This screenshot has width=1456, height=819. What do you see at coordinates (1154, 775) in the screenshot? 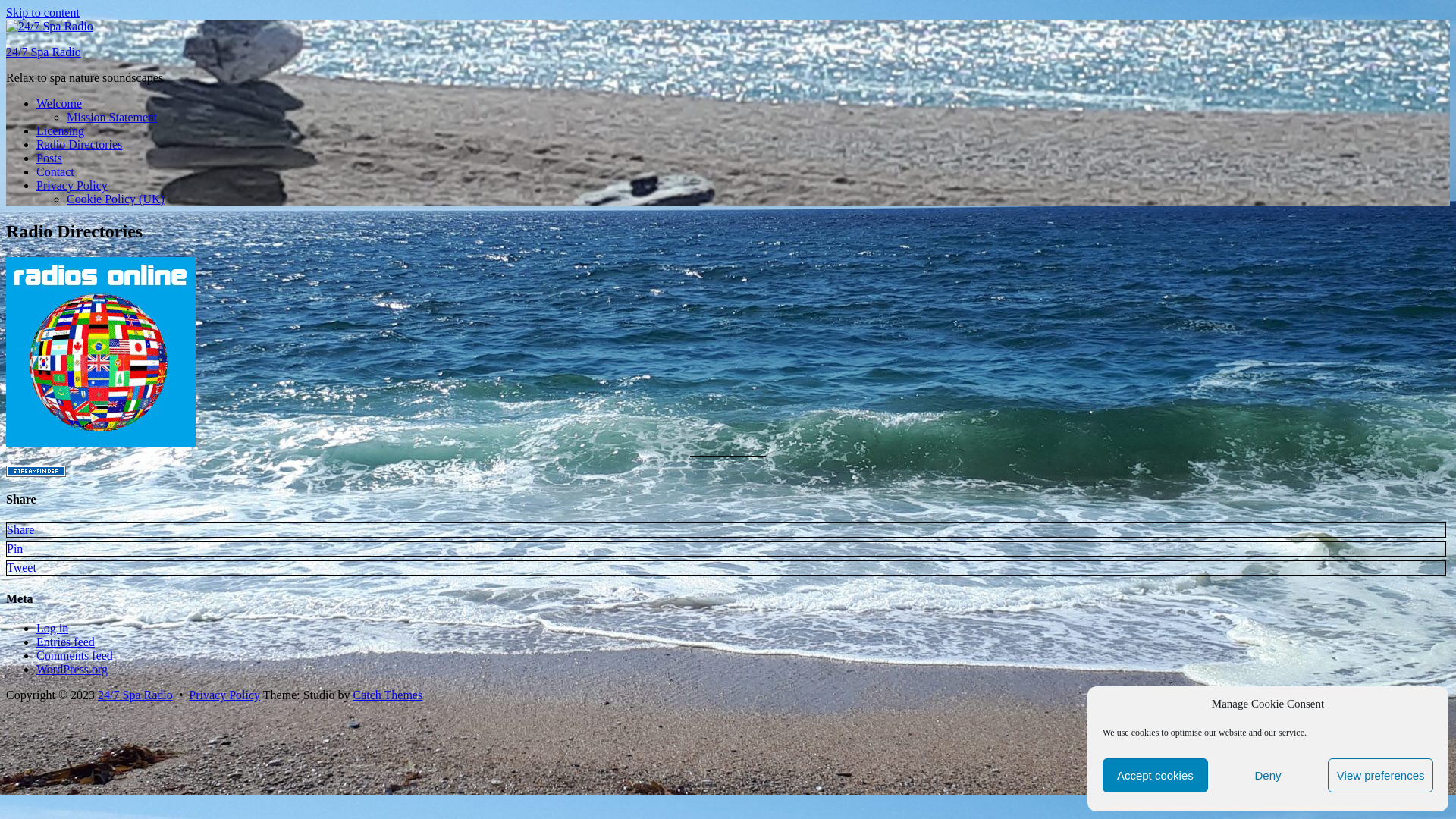
I see `'Accept cookies'` at bounding box center [1154, 775].